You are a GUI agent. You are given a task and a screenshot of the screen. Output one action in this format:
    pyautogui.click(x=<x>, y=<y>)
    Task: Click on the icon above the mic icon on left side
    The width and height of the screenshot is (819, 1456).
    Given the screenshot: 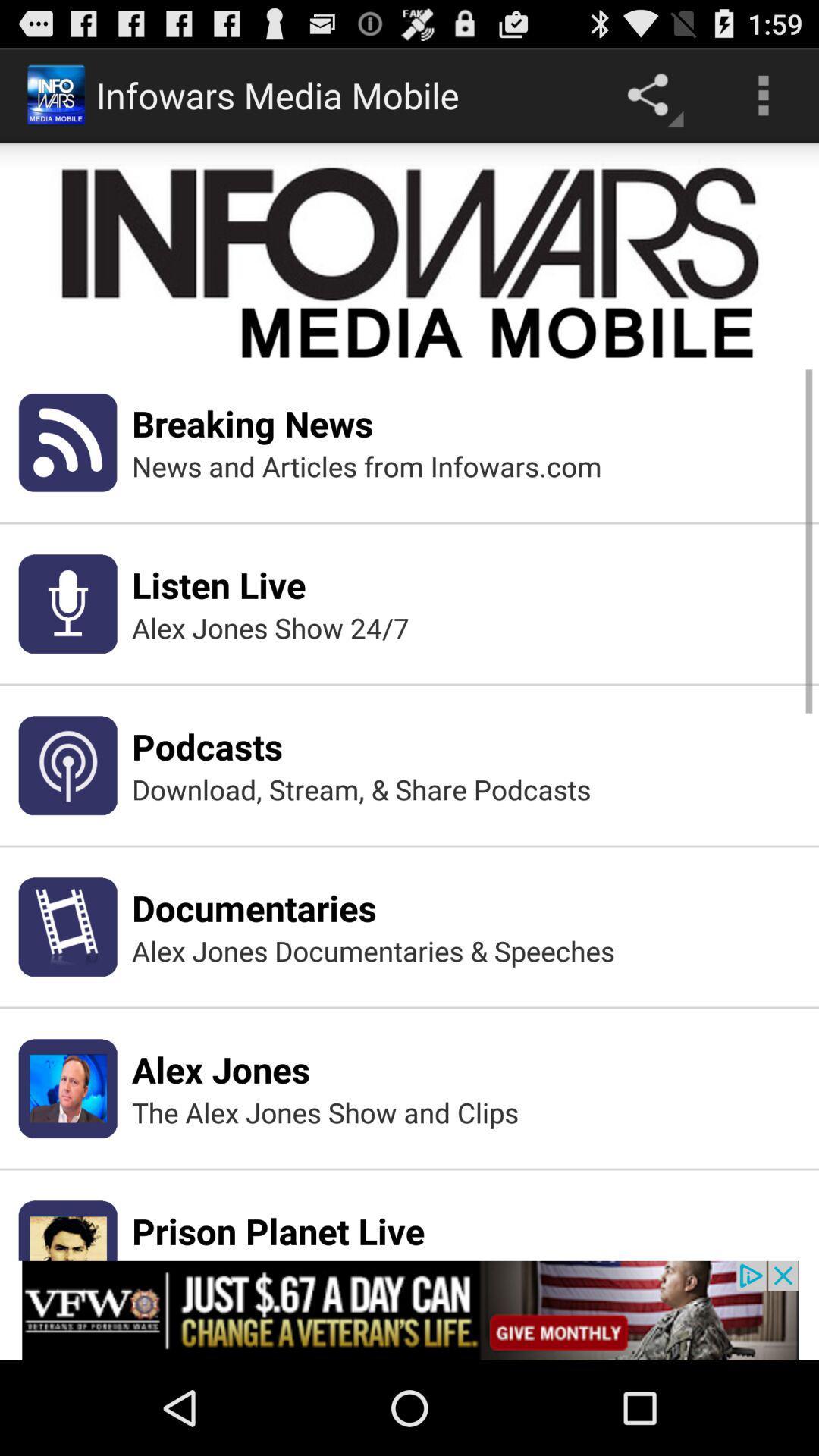 What is the action you would take?
    pyautogui.click(x=67, y=441)
    